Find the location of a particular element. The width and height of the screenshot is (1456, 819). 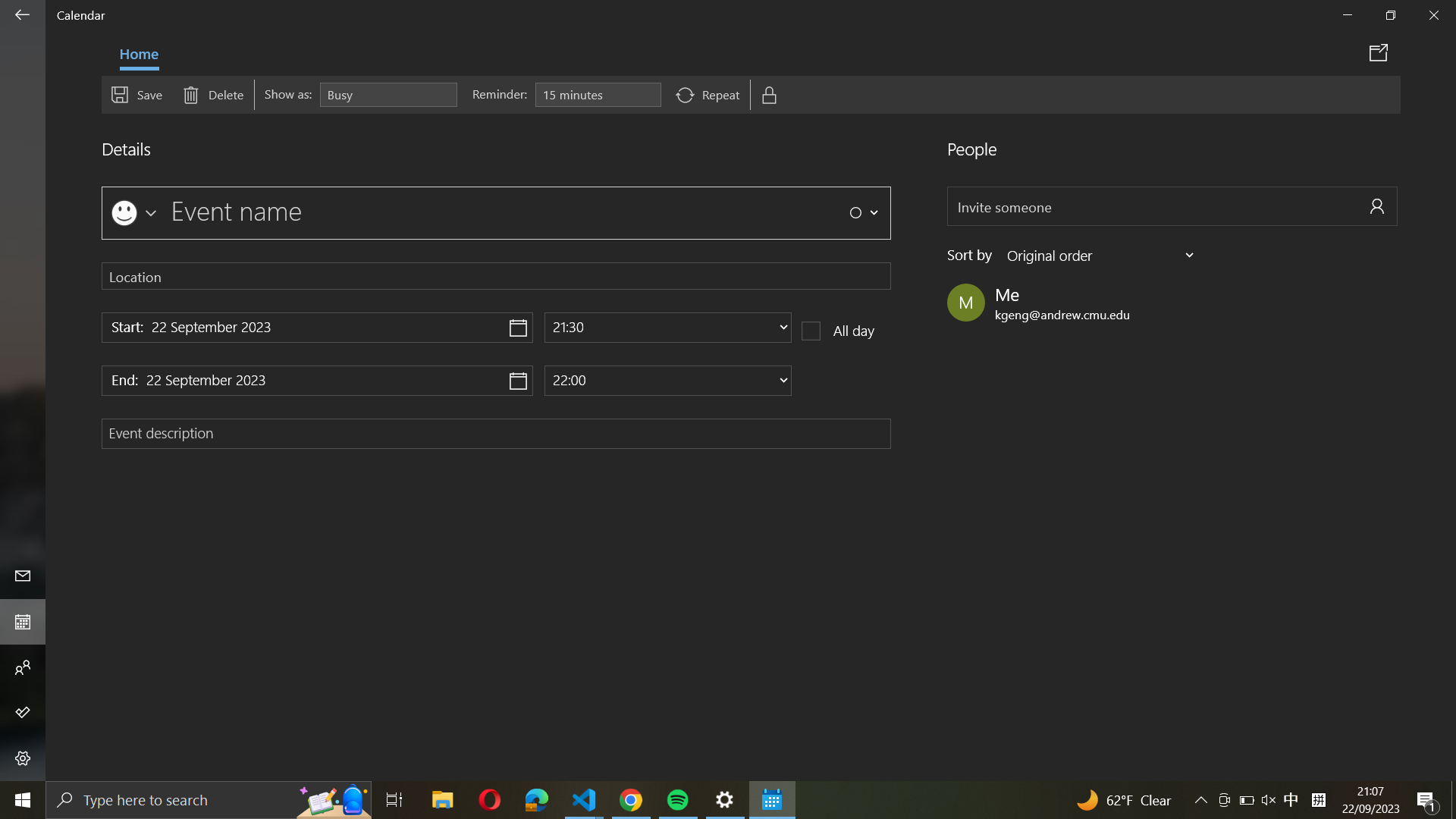

Click the start date icon is located at coordinates (316, 327).